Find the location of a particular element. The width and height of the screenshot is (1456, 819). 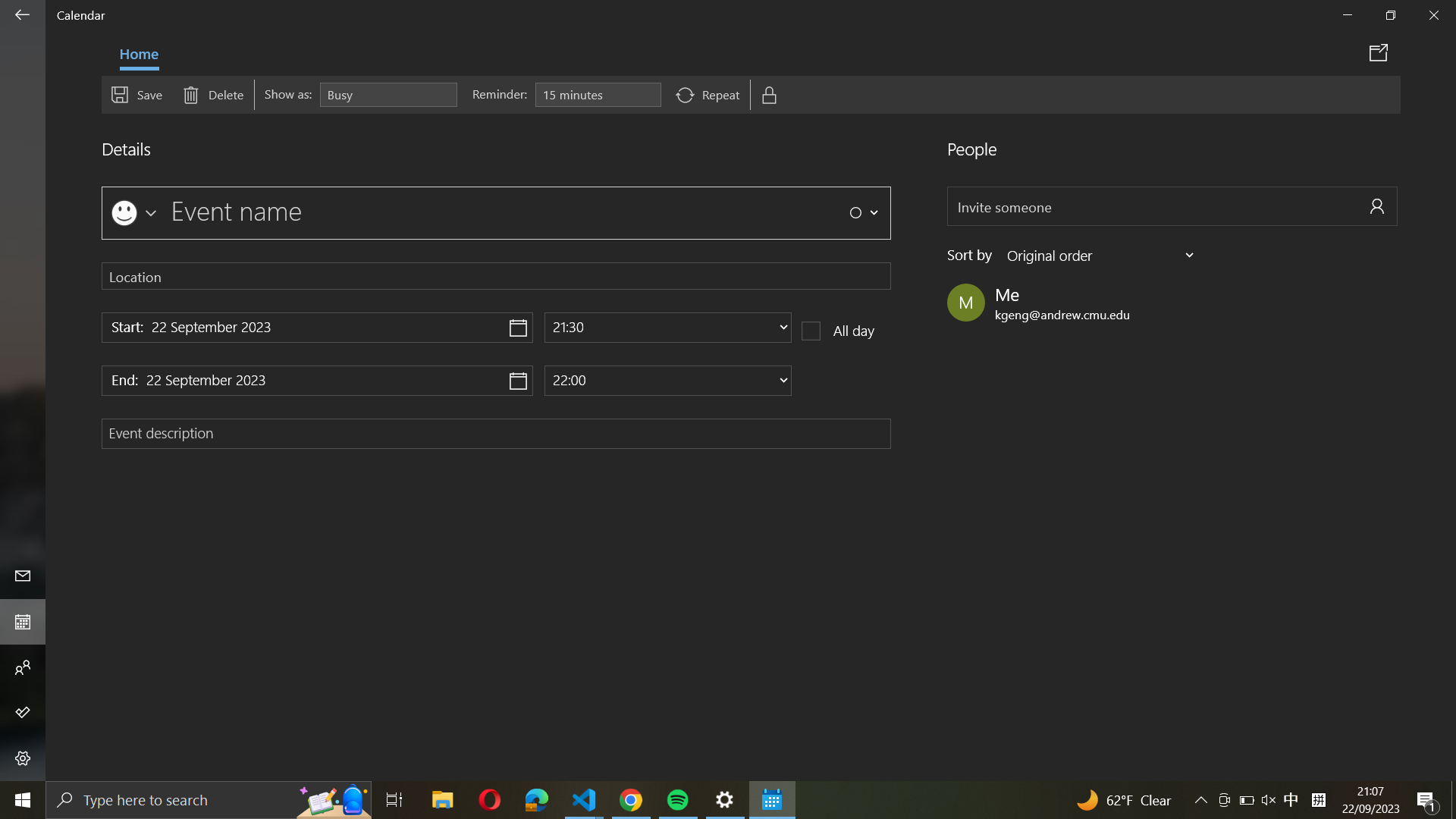

Click the start date icon is located at coordinates (316, 327).